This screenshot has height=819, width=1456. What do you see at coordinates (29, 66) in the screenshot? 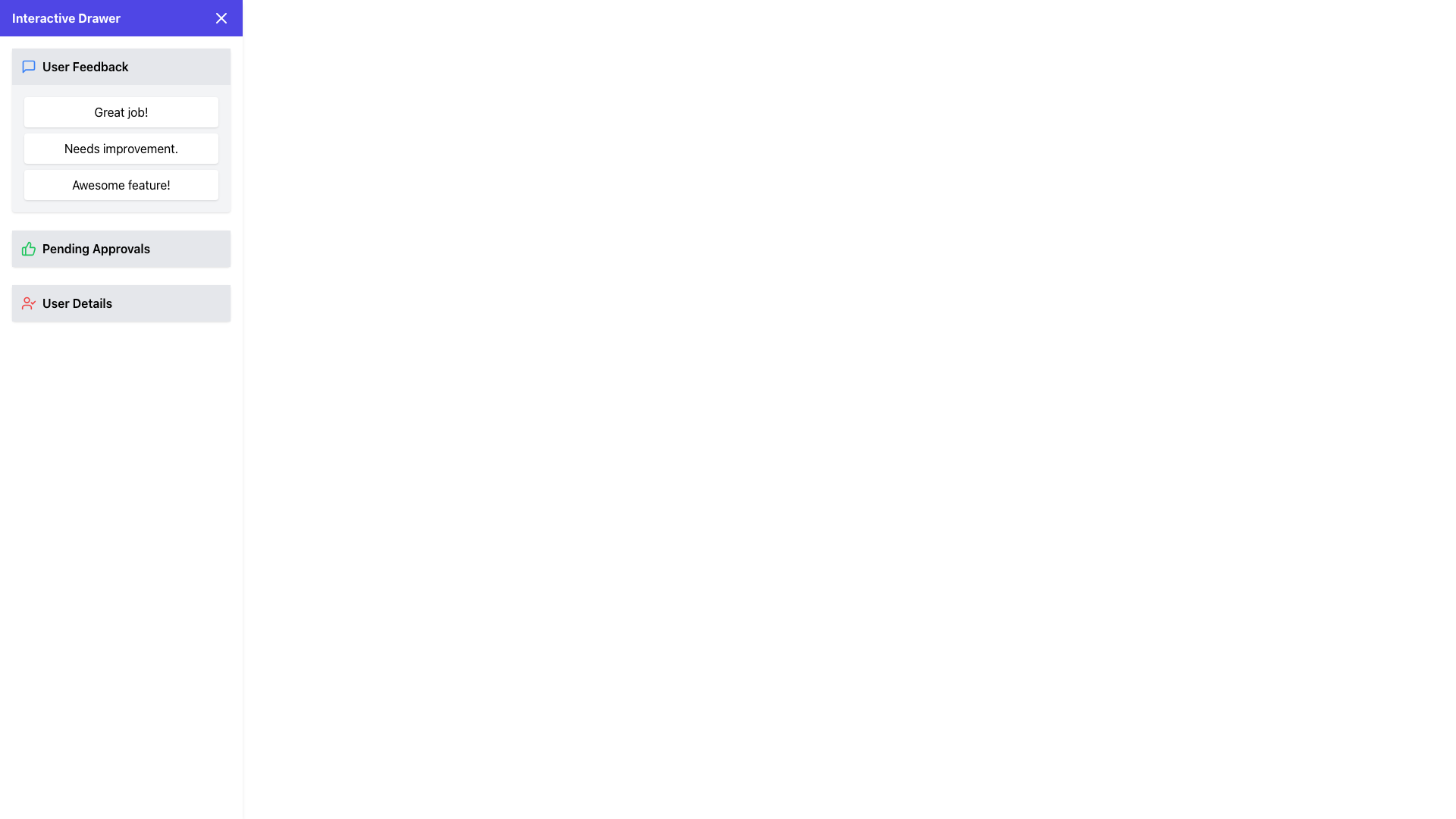
I see `the styling of the speech-balloon icon located to the left of the 'User Feedback' label in the sidebar` at bounding box center [29, 66].